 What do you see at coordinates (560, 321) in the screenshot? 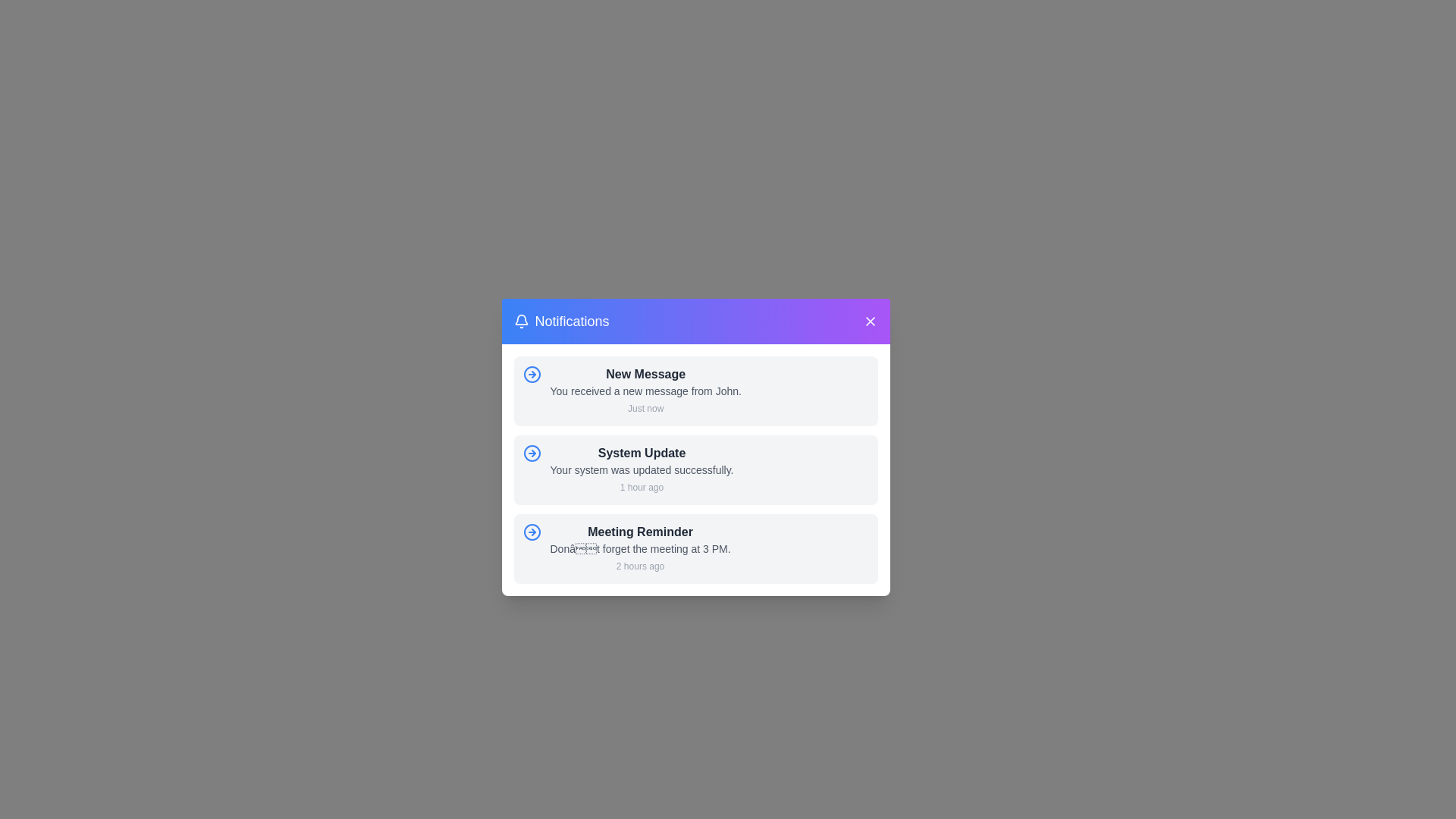
I see `the notifications label located in the top-left portion of the gradient header bar, which serves as a title for the section` at bounding box center [560, 321].